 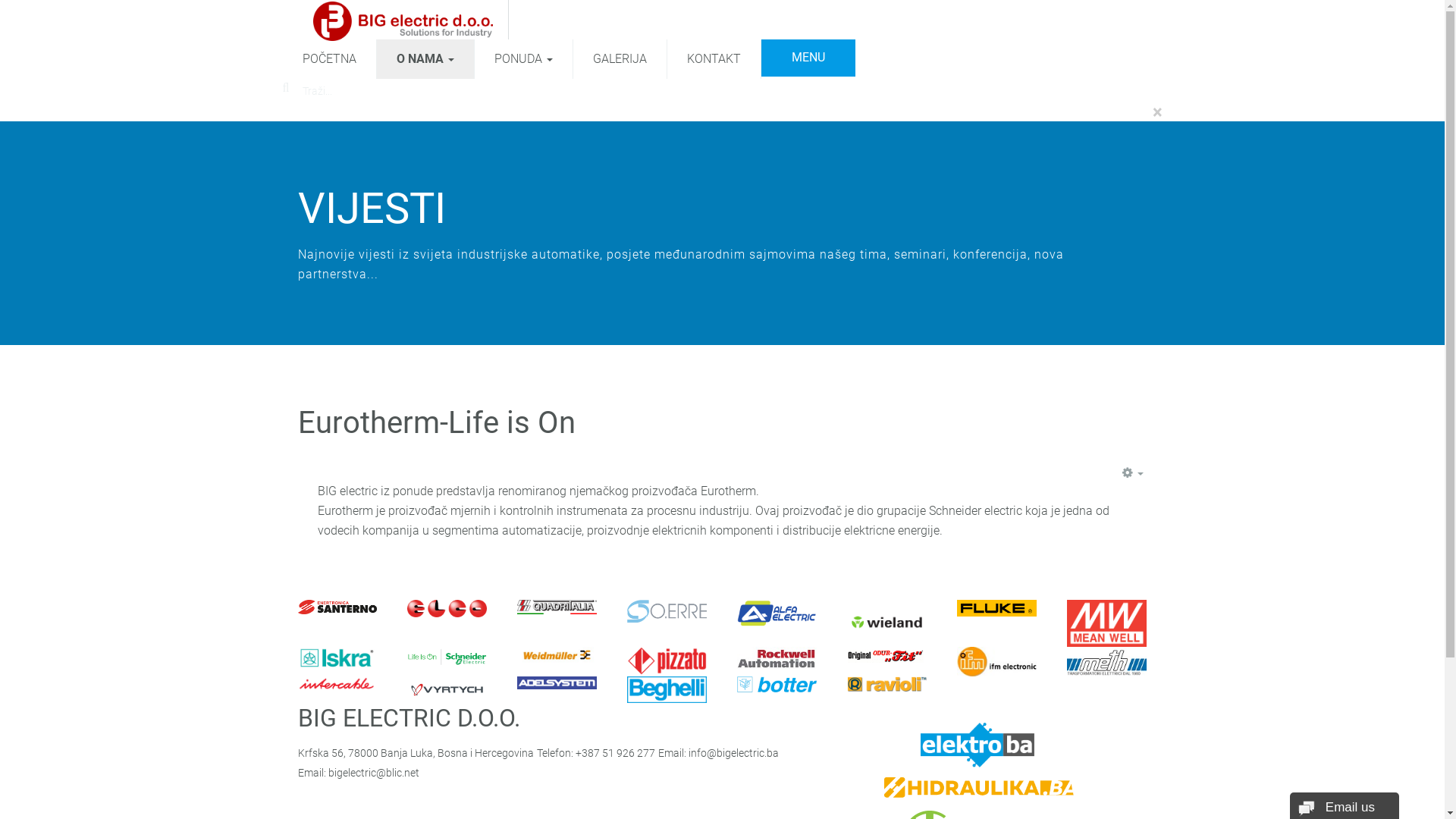 I want to click on 'Hidraulika.ba', so click(x=979, y=787).